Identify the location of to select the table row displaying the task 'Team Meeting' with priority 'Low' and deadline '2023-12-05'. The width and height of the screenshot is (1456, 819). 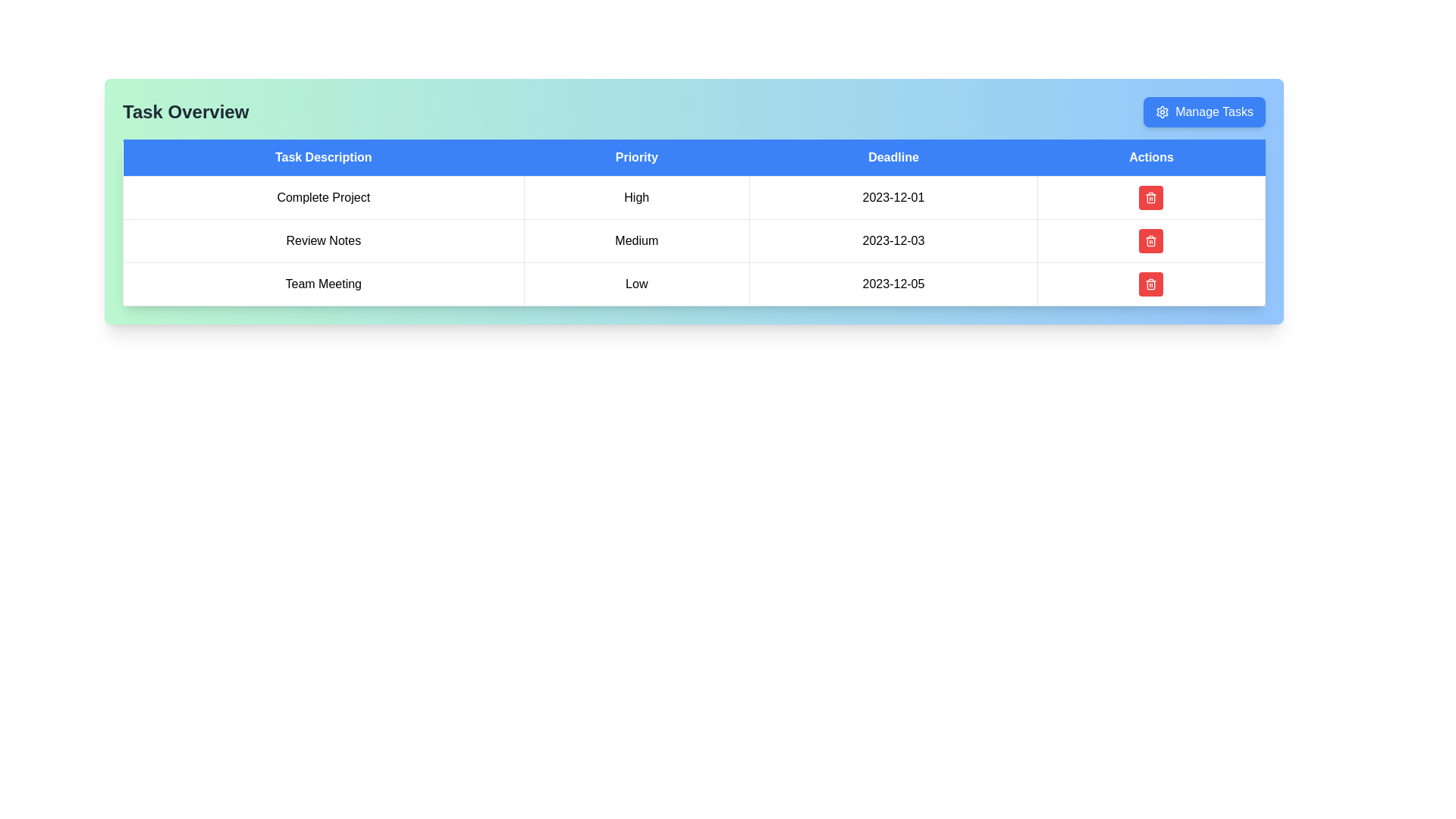
(693, 284).